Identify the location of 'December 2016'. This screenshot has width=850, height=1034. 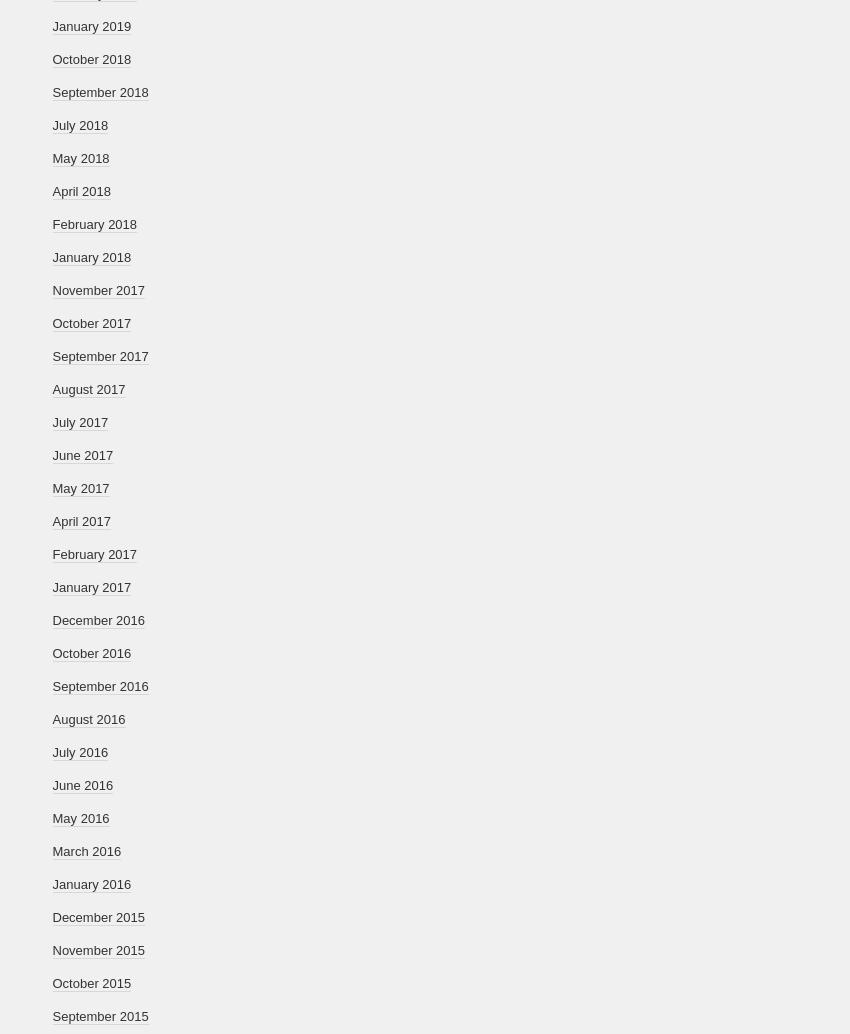
(97, 620).